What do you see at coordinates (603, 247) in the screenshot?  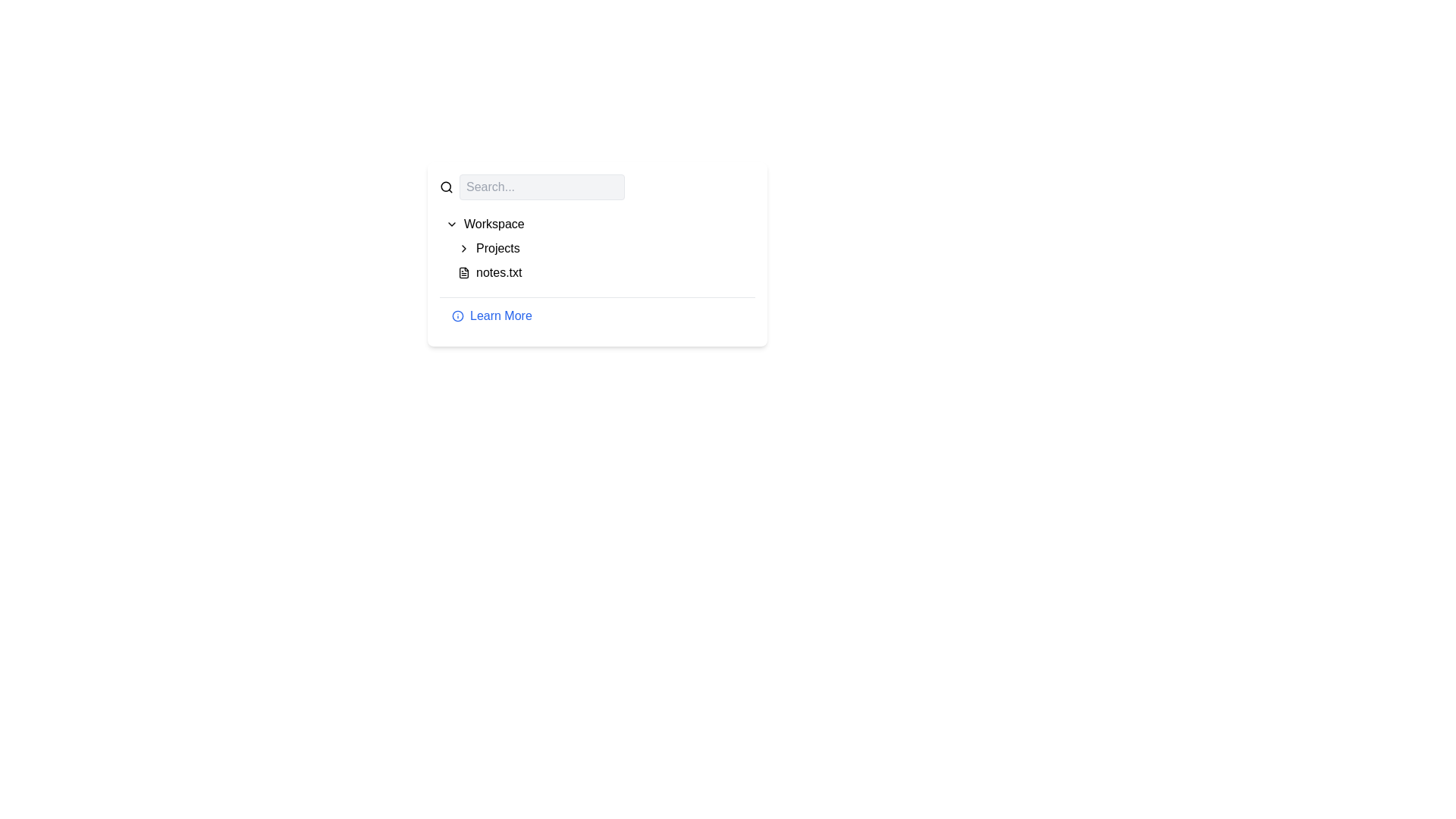 I see `the 'Projects' collapsible list item` at bounding box center [603, 247].